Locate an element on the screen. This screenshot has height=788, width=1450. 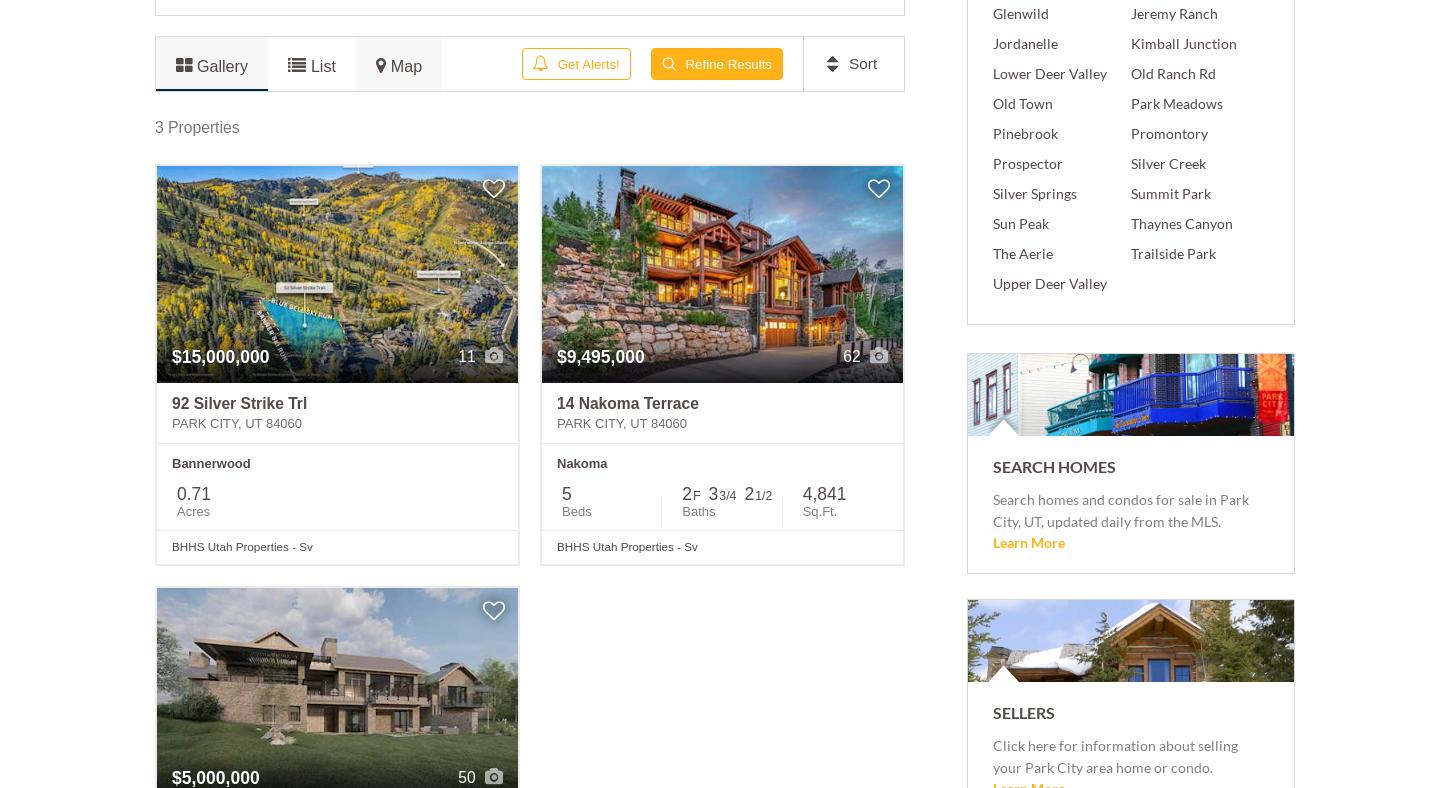
'0.71' is located at coordinates (193, 492).